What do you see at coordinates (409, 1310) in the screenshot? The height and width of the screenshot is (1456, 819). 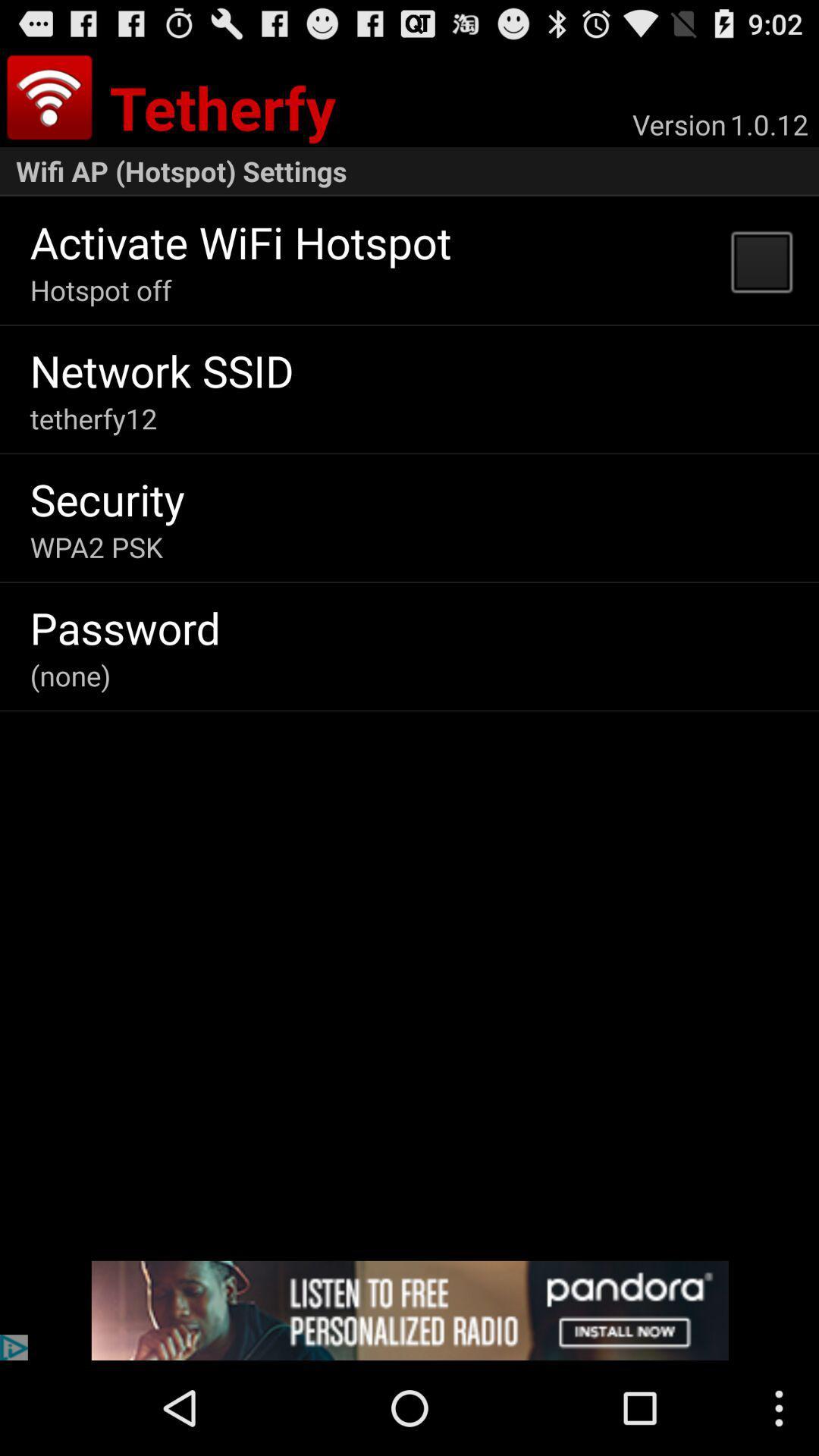 I see `install pandora` at bounding box center [409, 1310].